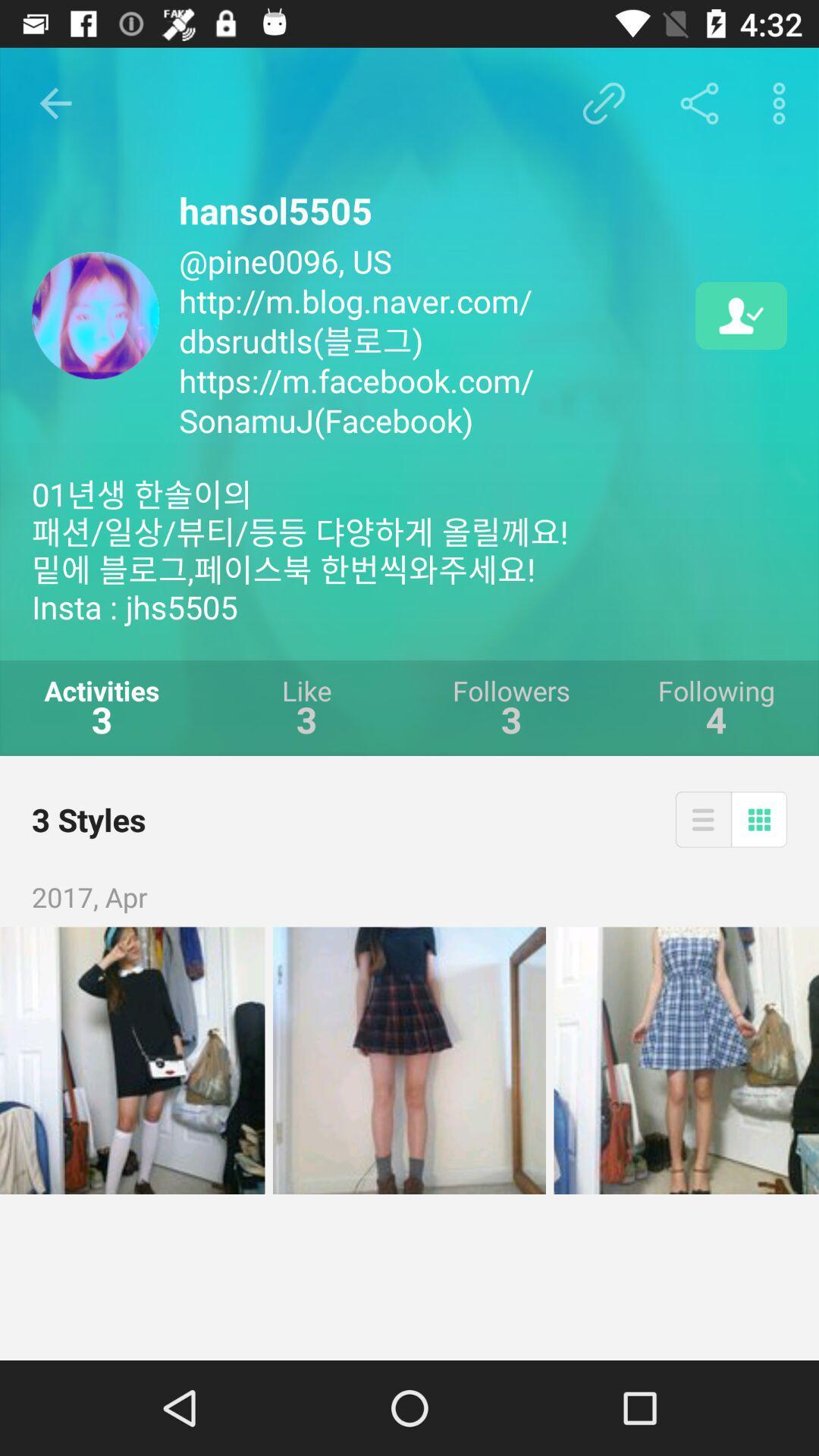  What do you see at coordinates (703, 818) in the screenshot?
I see `the icon above the 2017, apr` at bounding box center [703, 818].